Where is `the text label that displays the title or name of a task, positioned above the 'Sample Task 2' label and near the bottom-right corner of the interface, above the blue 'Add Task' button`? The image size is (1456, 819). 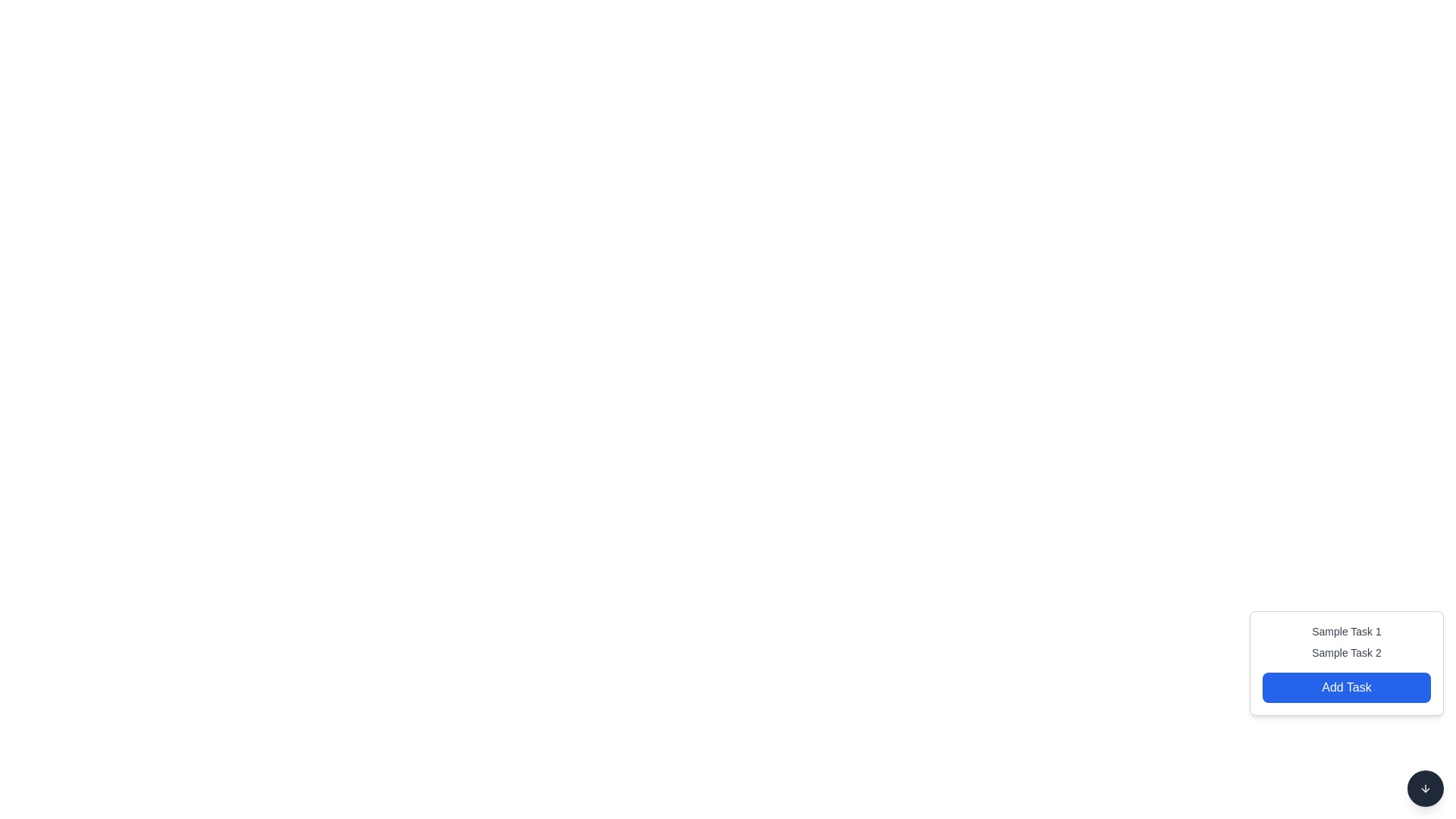 the text label that displays the title or name of a task, positioned above the 'Sample Task 2' label and near the bottom-right corner of the interface, above the blue 'Add Task' button is located at coordinates (1347, 632).